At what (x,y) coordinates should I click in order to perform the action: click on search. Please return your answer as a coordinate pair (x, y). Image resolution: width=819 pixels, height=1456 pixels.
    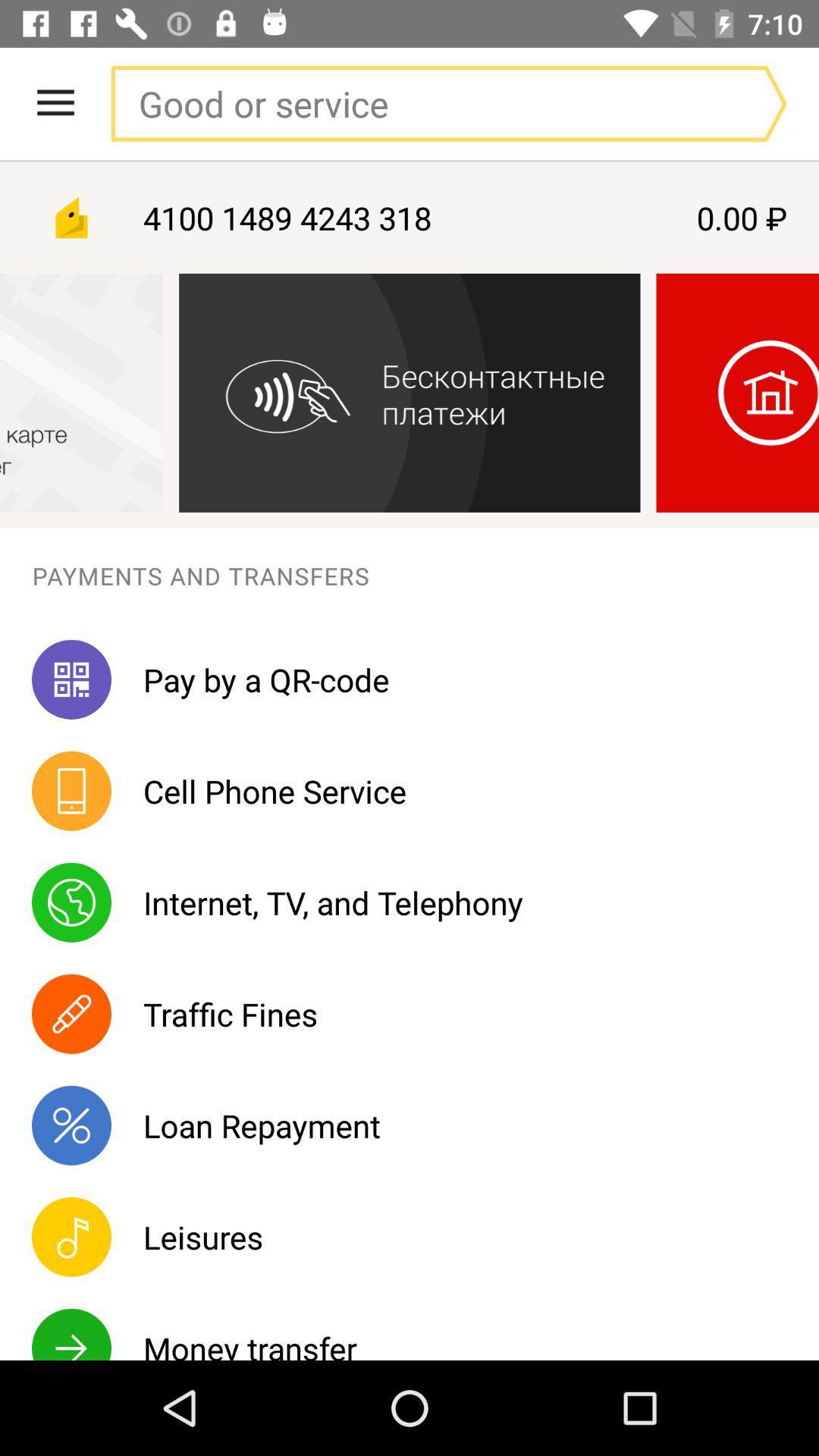
    Looking at the image, I should click on (418, 102).